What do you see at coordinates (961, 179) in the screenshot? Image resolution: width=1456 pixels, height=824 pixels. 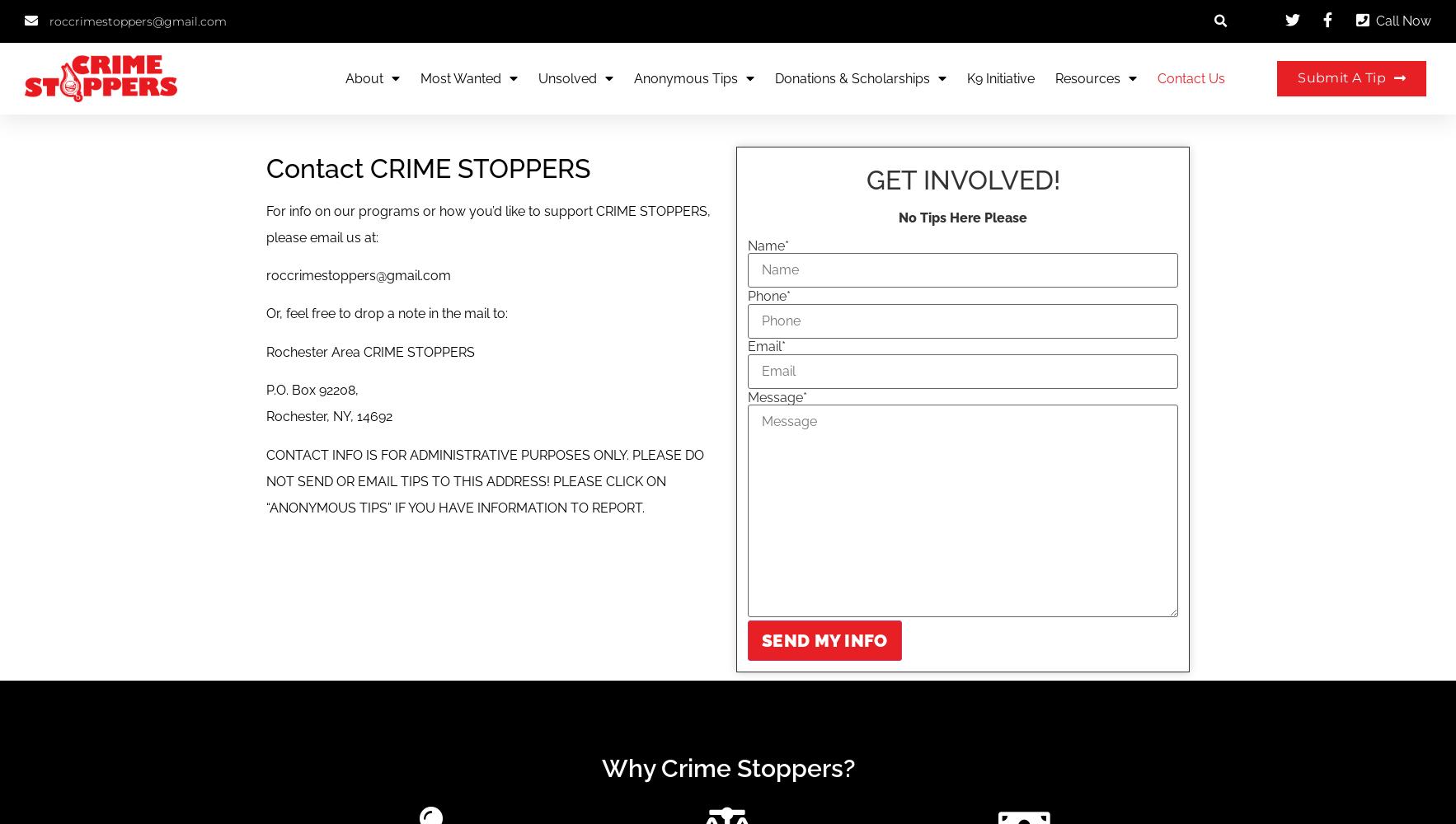 I see `'GET INVOLVED!'` at bounding box center [961, 179].